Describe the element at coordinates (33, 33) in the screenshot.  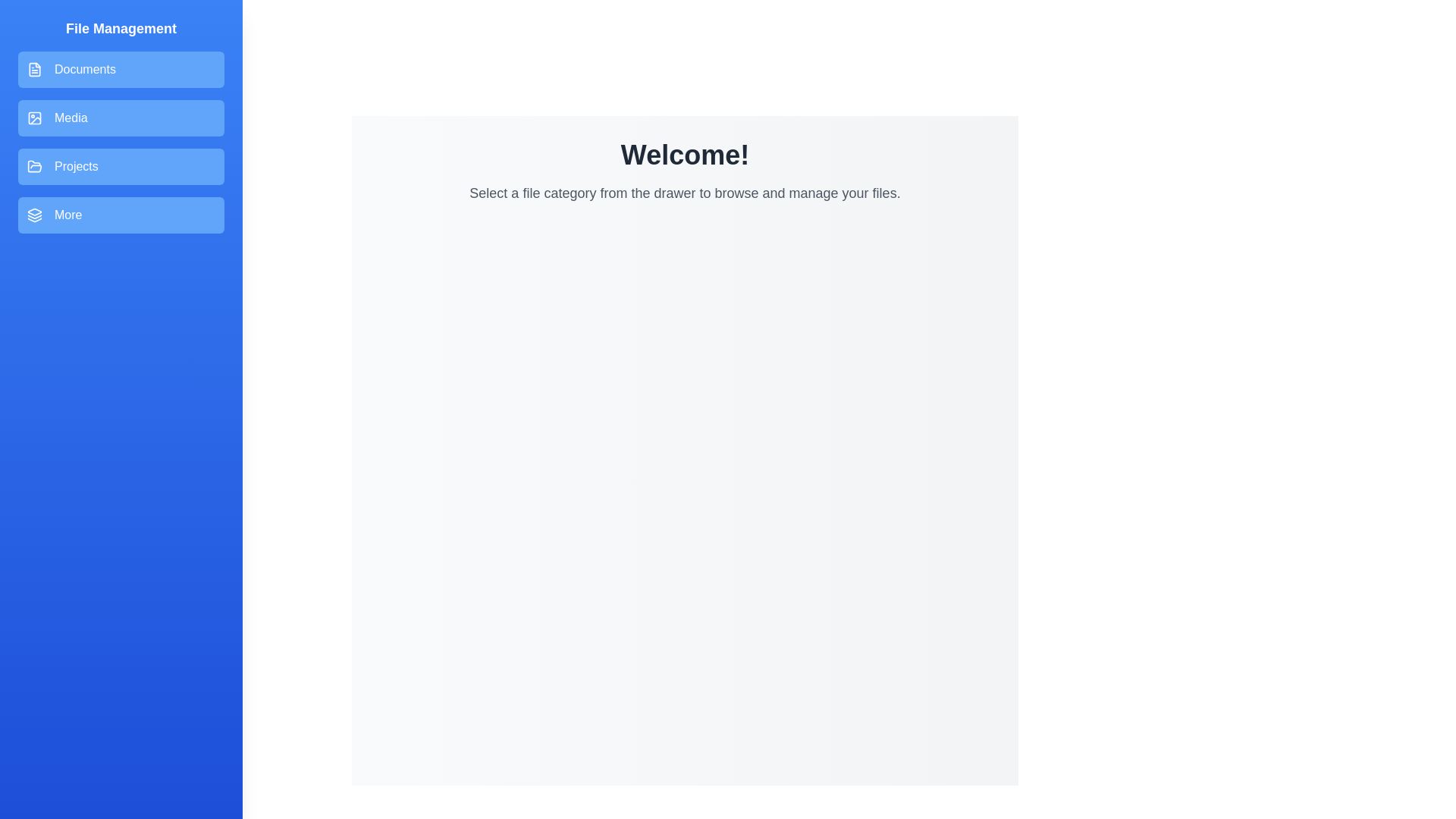
I see `floating button to toggle the drawer` at that location.